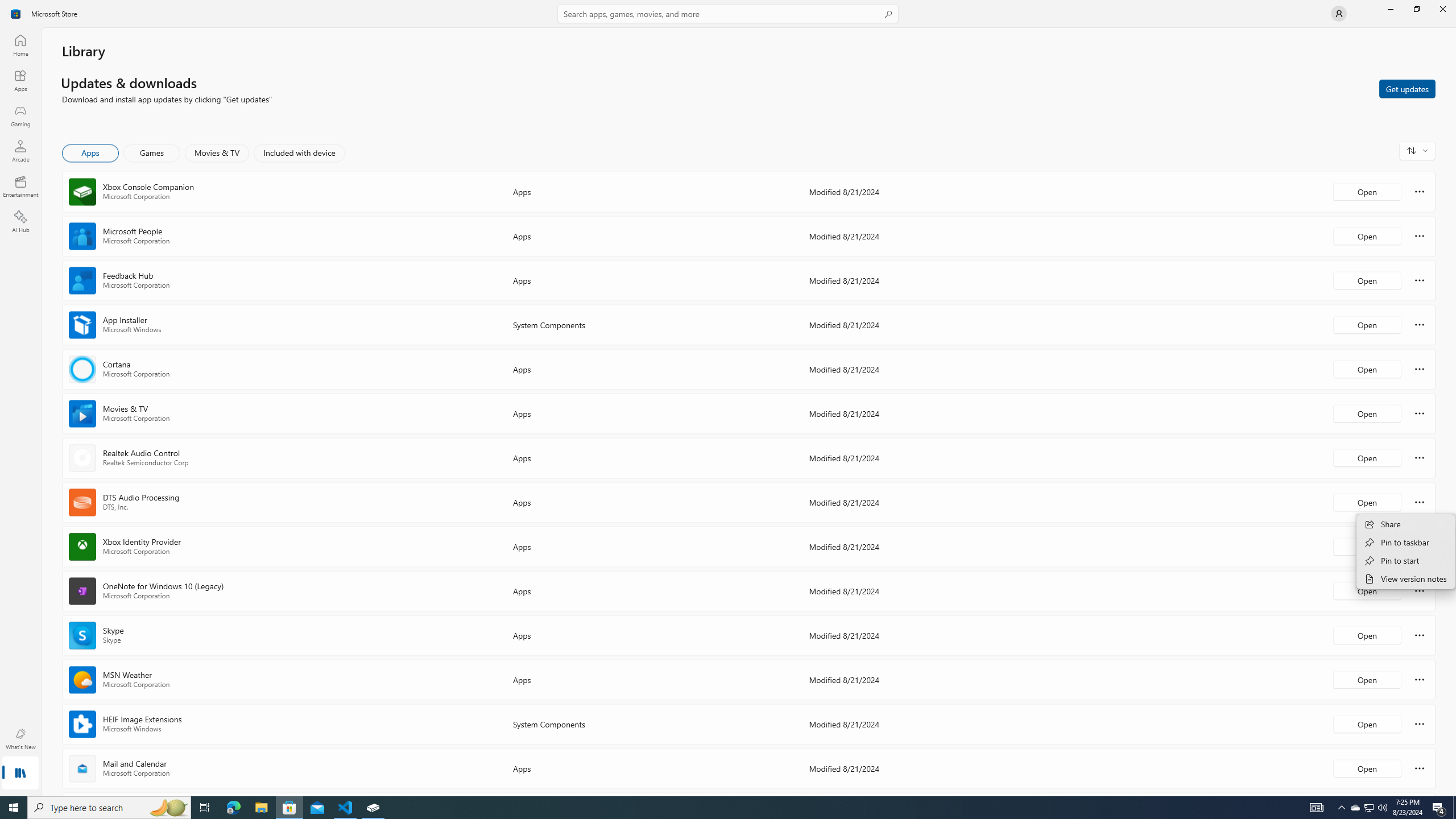  What do you see at coordinates (151, 152) in the screenshot?
I see `'Games'` at bounding box center [151, 152].